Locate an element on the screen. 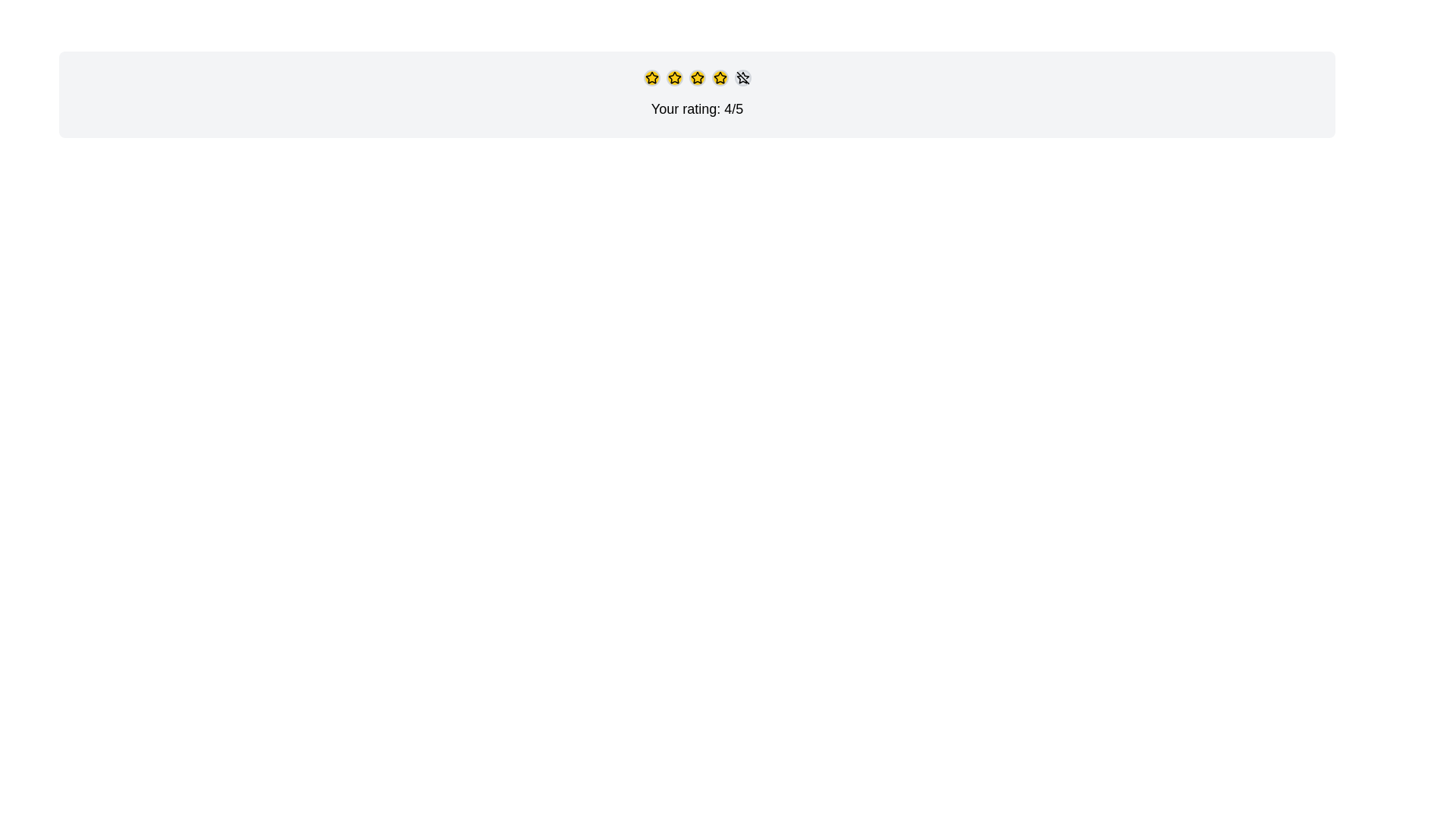  the interactive star icon with a yellow background and outlined star symbol is located at coordinates (673, 78).